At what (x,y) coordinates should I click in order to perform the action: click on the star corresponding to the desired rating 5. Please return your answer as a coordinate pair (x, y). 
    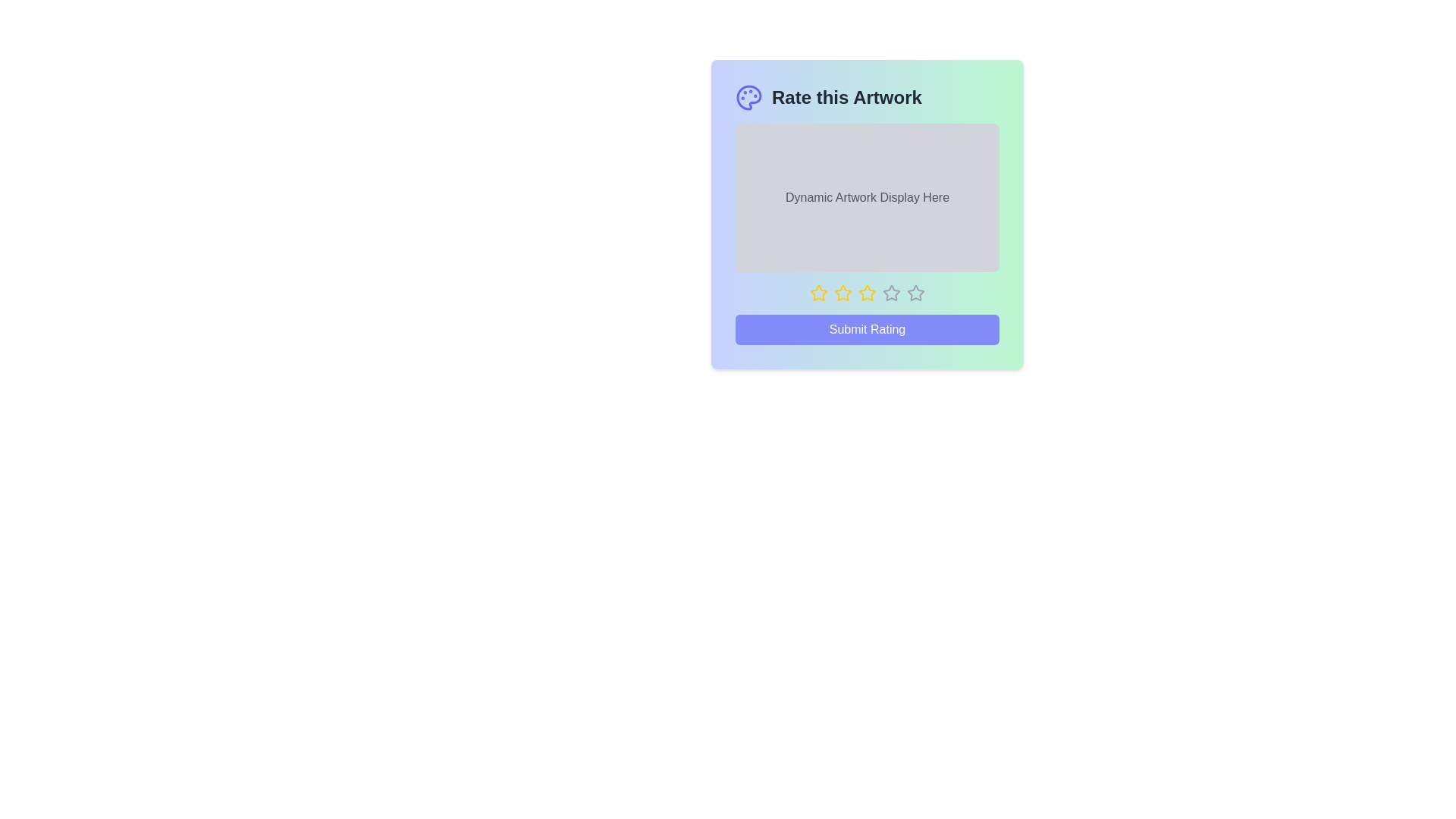
    Looking at the image, I should click on (915, 293).